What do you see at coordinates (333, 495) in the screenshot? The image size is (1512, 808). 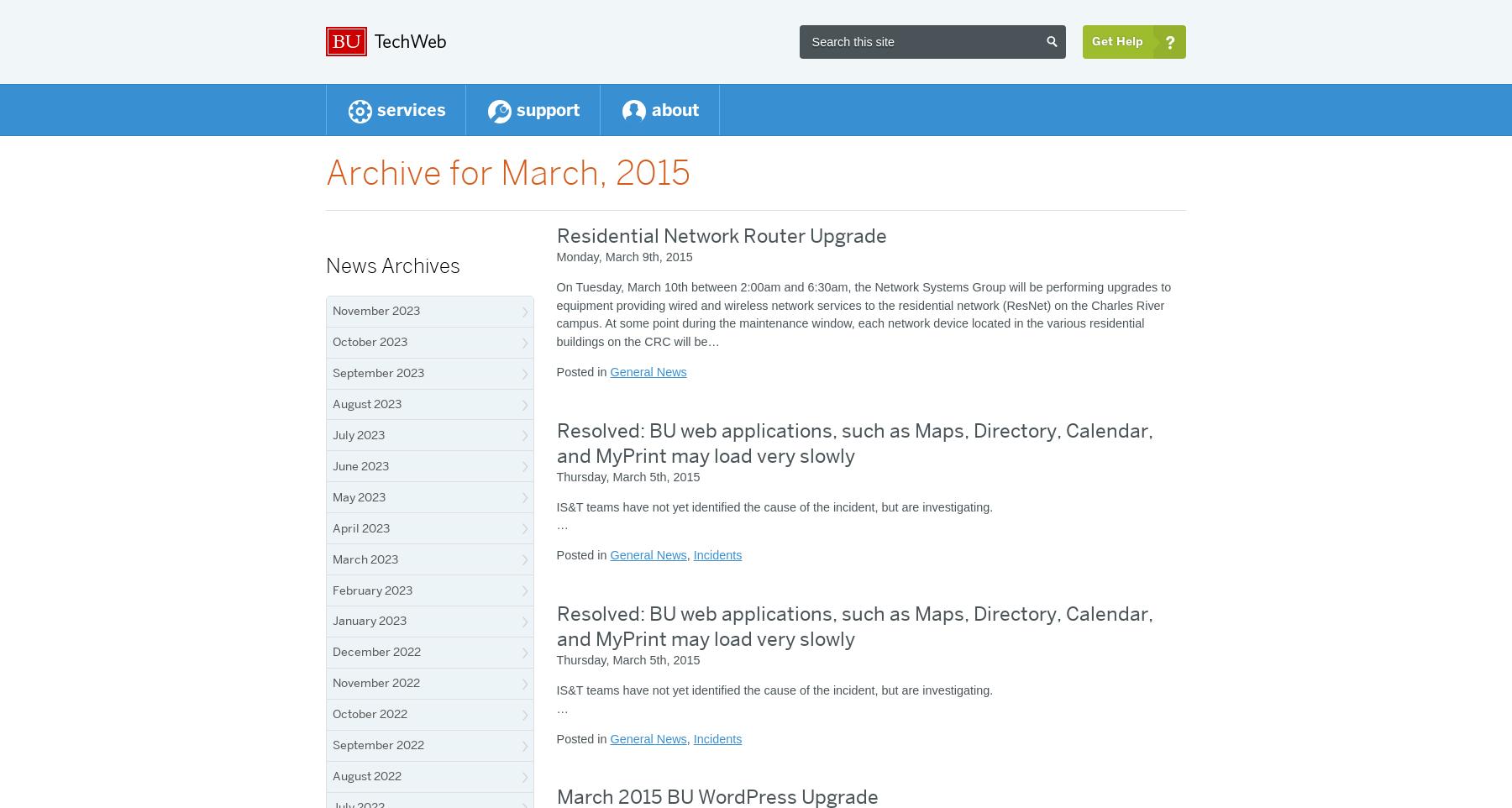 I see `'May 2023'` at bounding box center [333, 495].